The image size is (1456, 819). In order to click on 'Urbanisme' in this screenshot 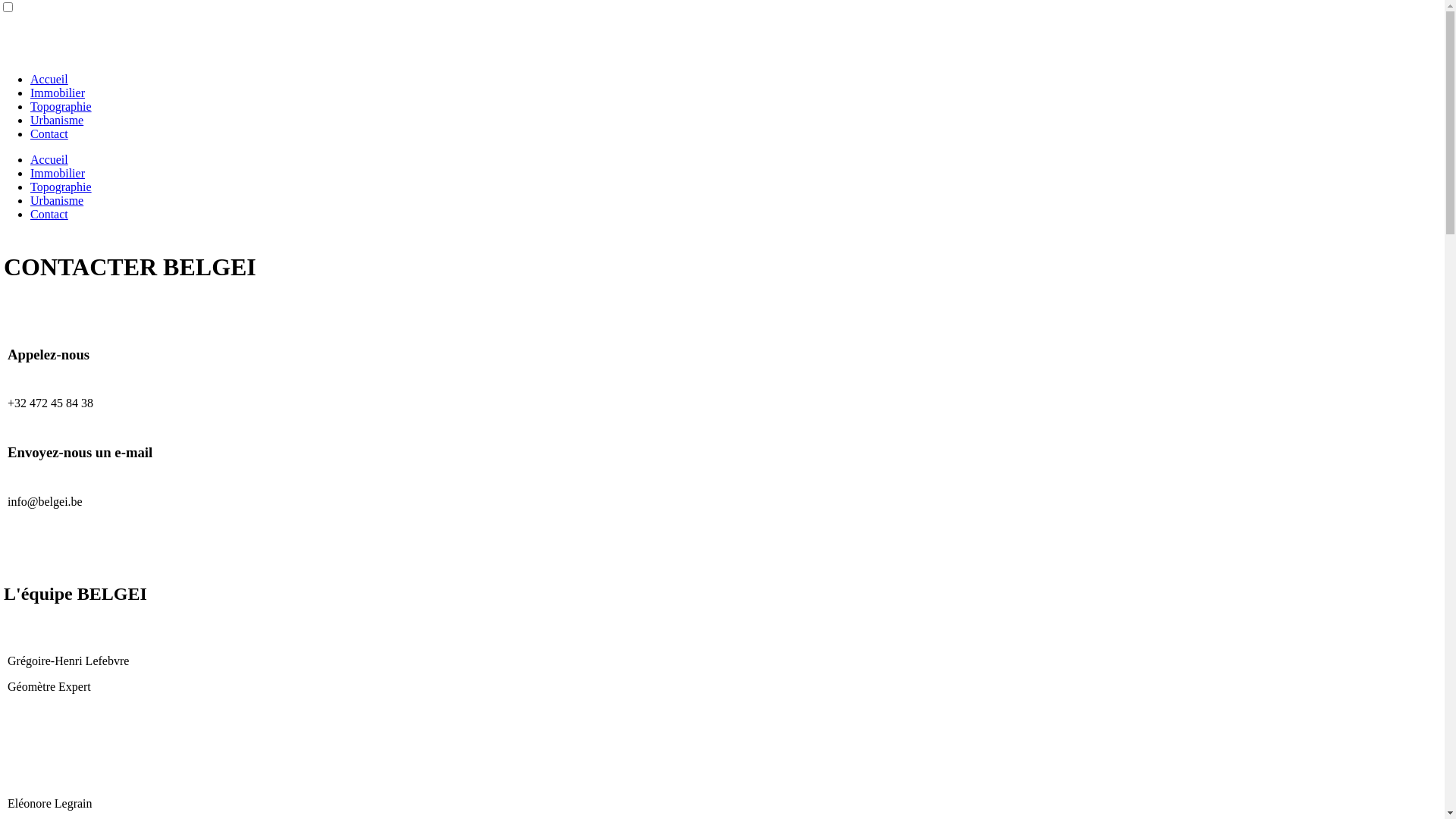, I will do `click(57, 199)`.